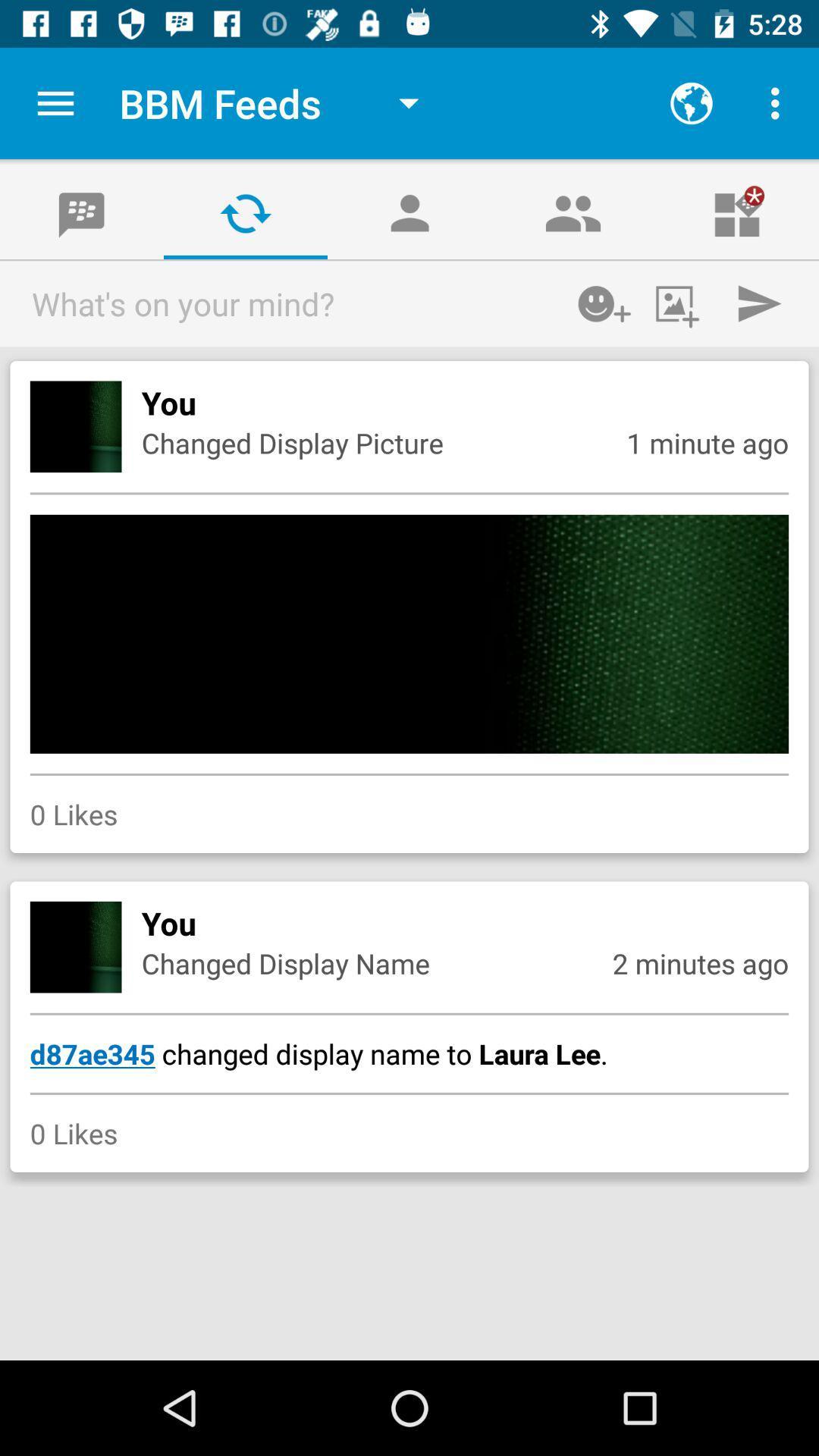 This screenshot has height=1456, width=819. What do you see at coordinates (573, 212) in the screenshot?
I see `the fourth icon from the left below bbm feeds` at bounding box center [573, 212].